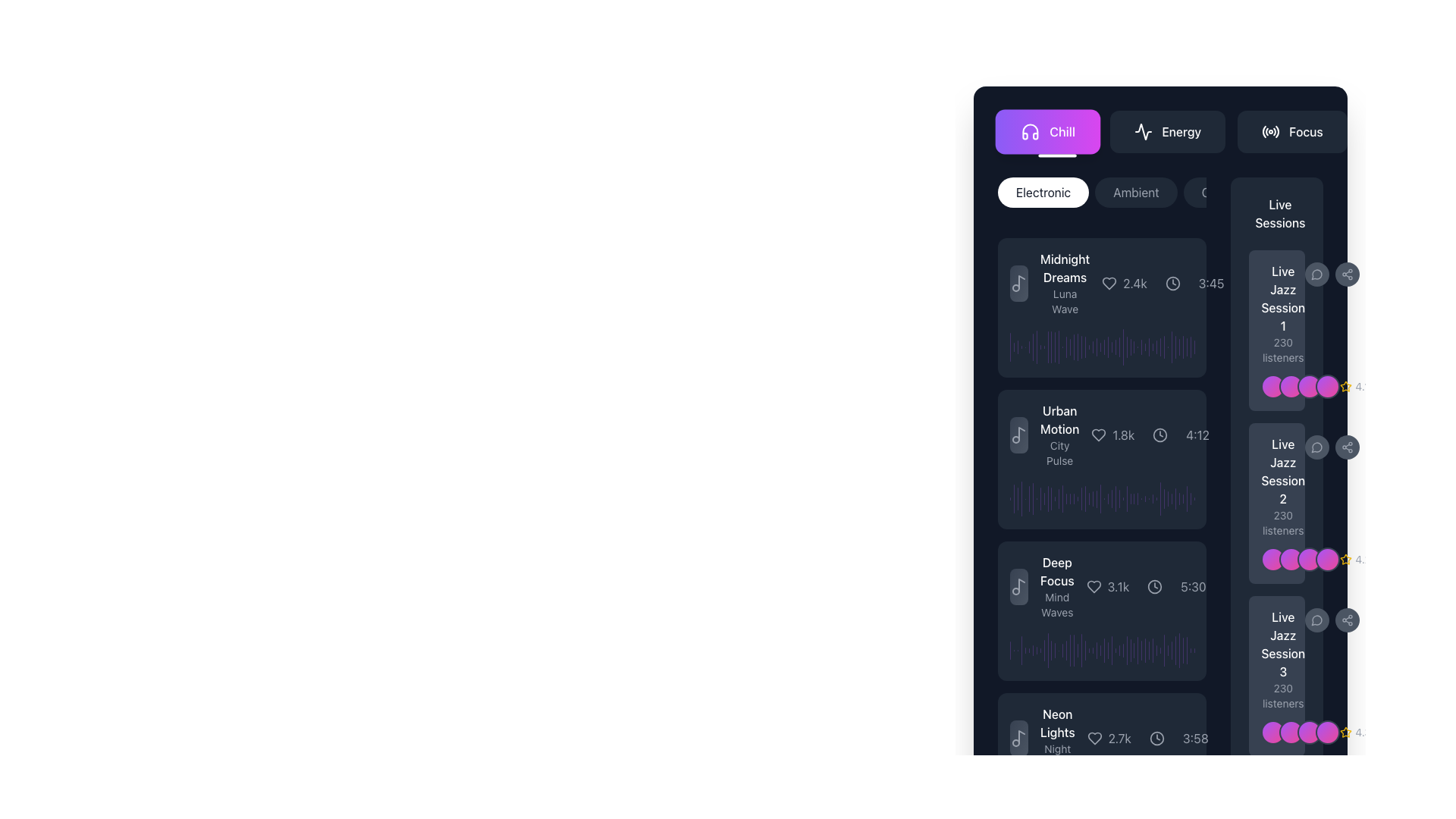  I want to click on the circular avatar indicator with gradient colors transitioning from purple to pink, which is the first in a group of four, associated with 'Live Jazz Session 2' in the 'Live Sessions' section, so click(1273, 559).